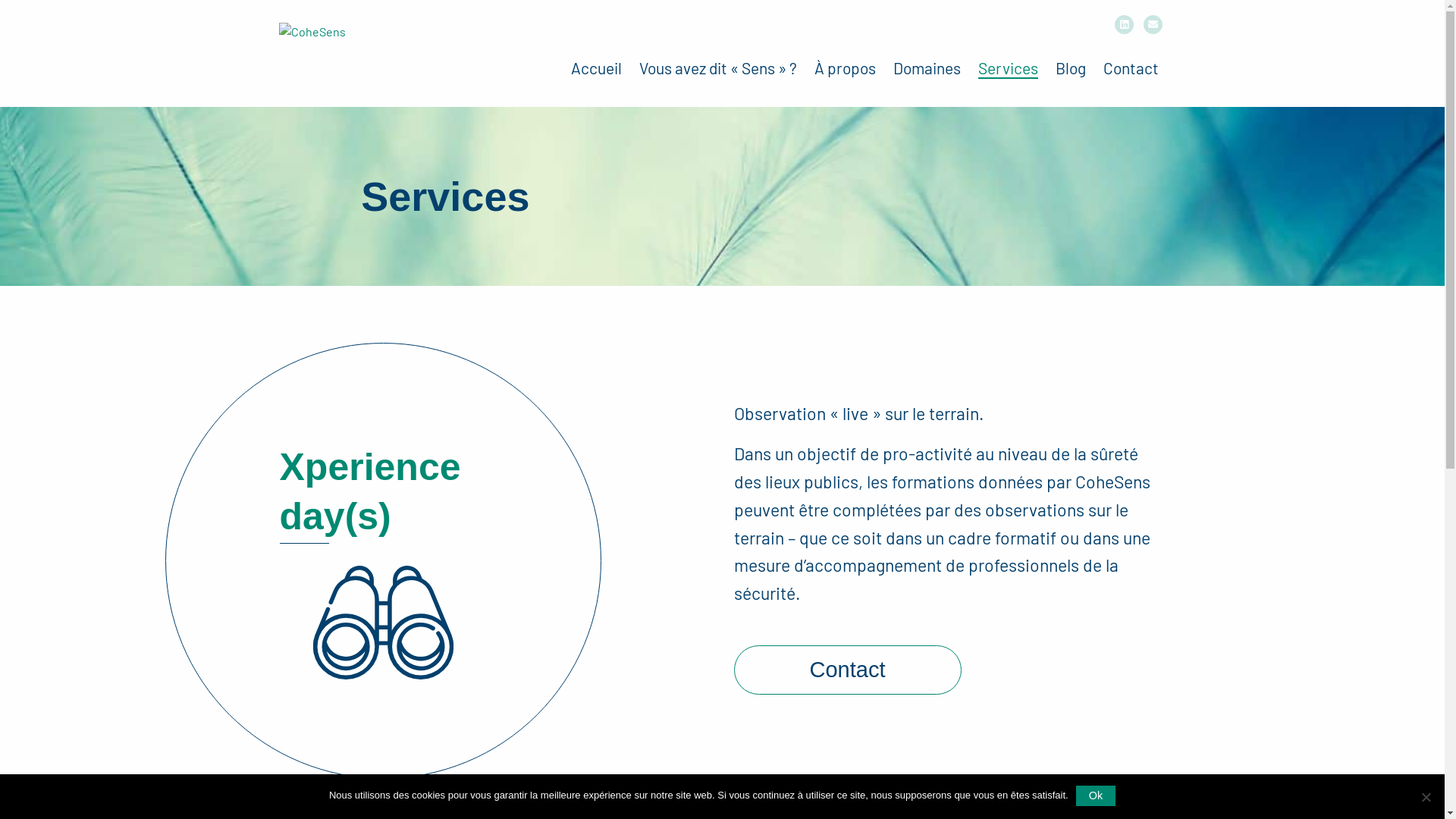  What do you see at coordinates (1417, 795) in the screenshot?
I see `'Non'` at bounding box center [1417, 795].